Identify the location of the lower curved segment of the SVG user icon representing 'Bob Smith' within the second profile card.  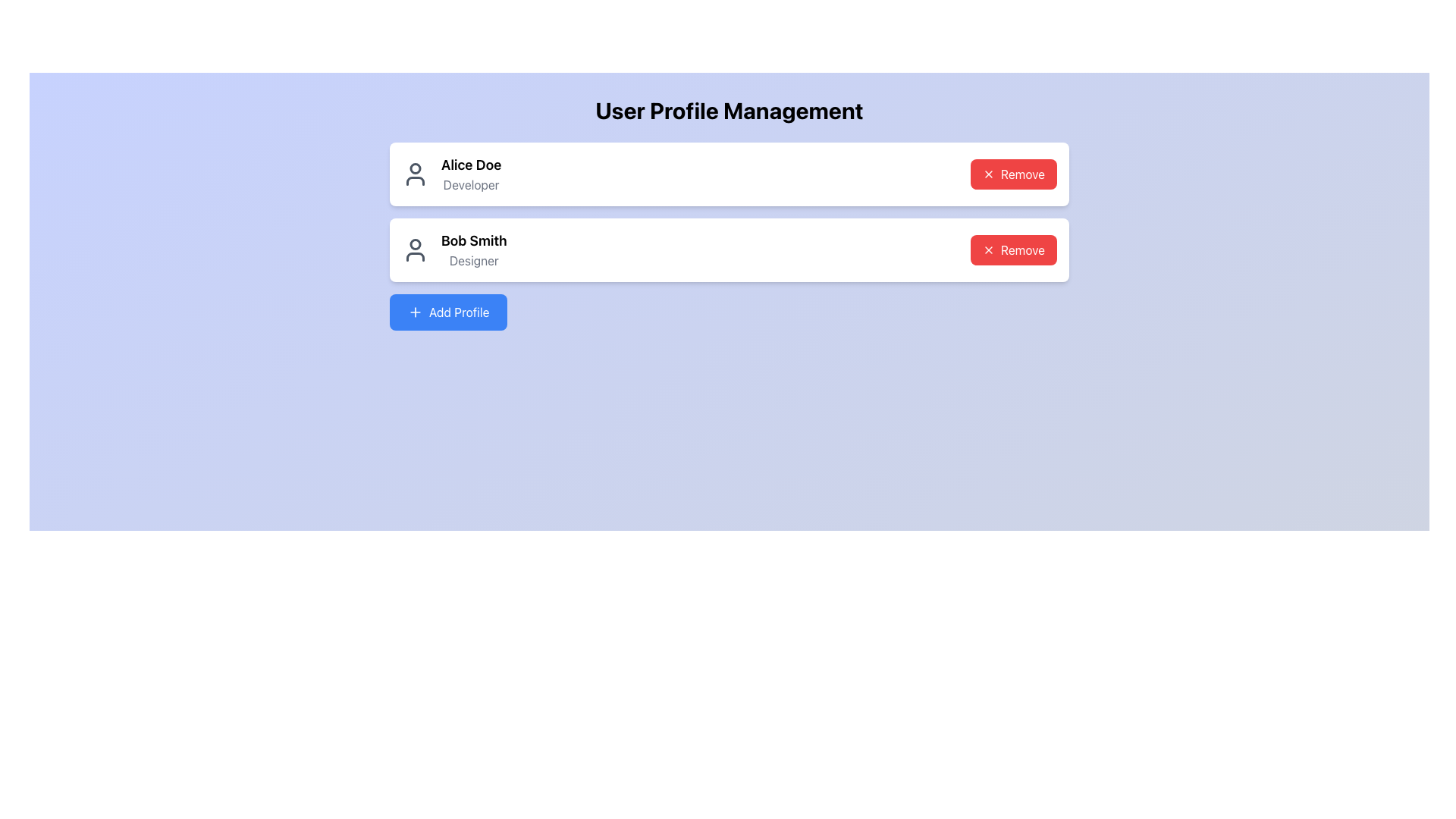
(415, 256).